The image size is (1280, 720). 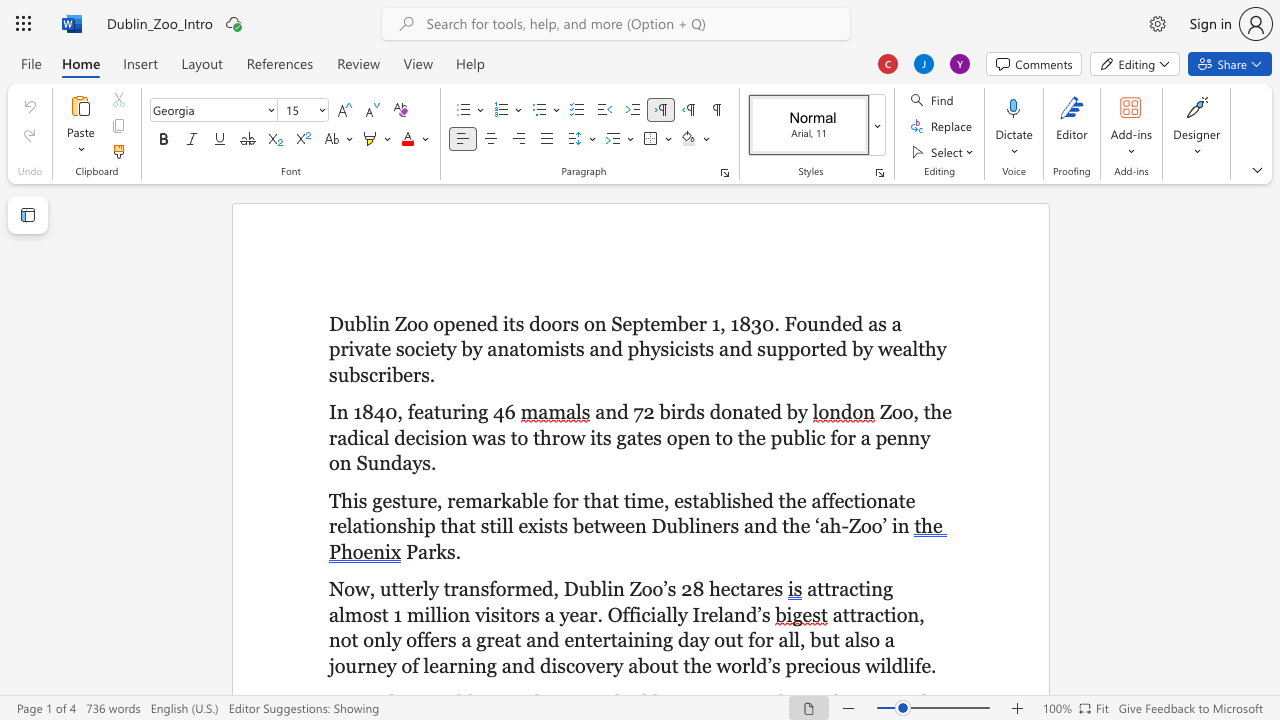 What do you see at coordinates (645, 499) in the screenshot?
I see `the 2th character "m" in the text` at bounding box center [645, 499].